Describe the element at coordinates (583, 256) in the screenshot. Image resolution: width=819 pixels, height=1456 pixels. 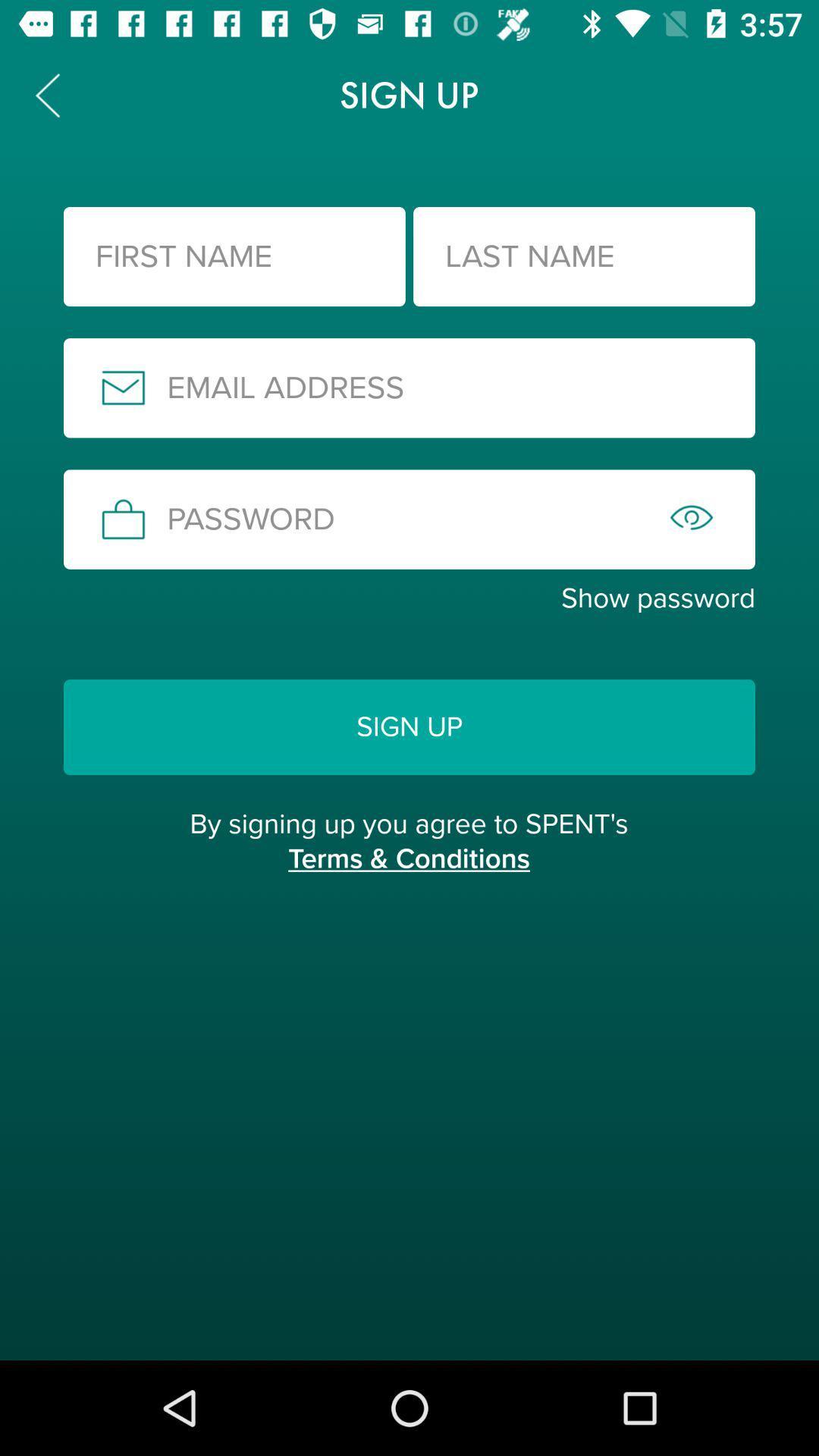
I see `last name` at that location.